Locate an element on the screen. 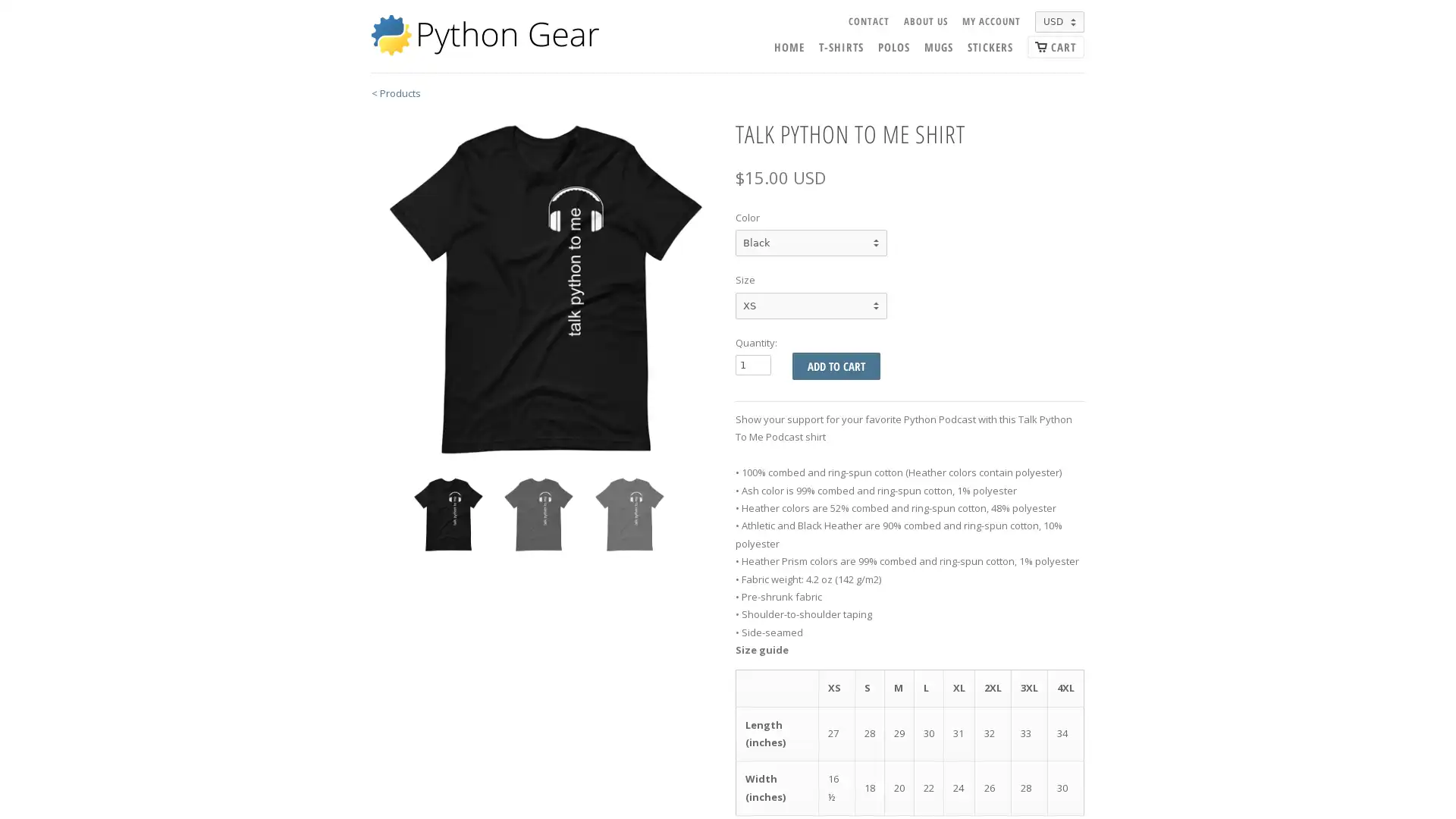 The width and height of the screenshot is (1456, 819). Add to Cart is located at coordinates (836, 366).